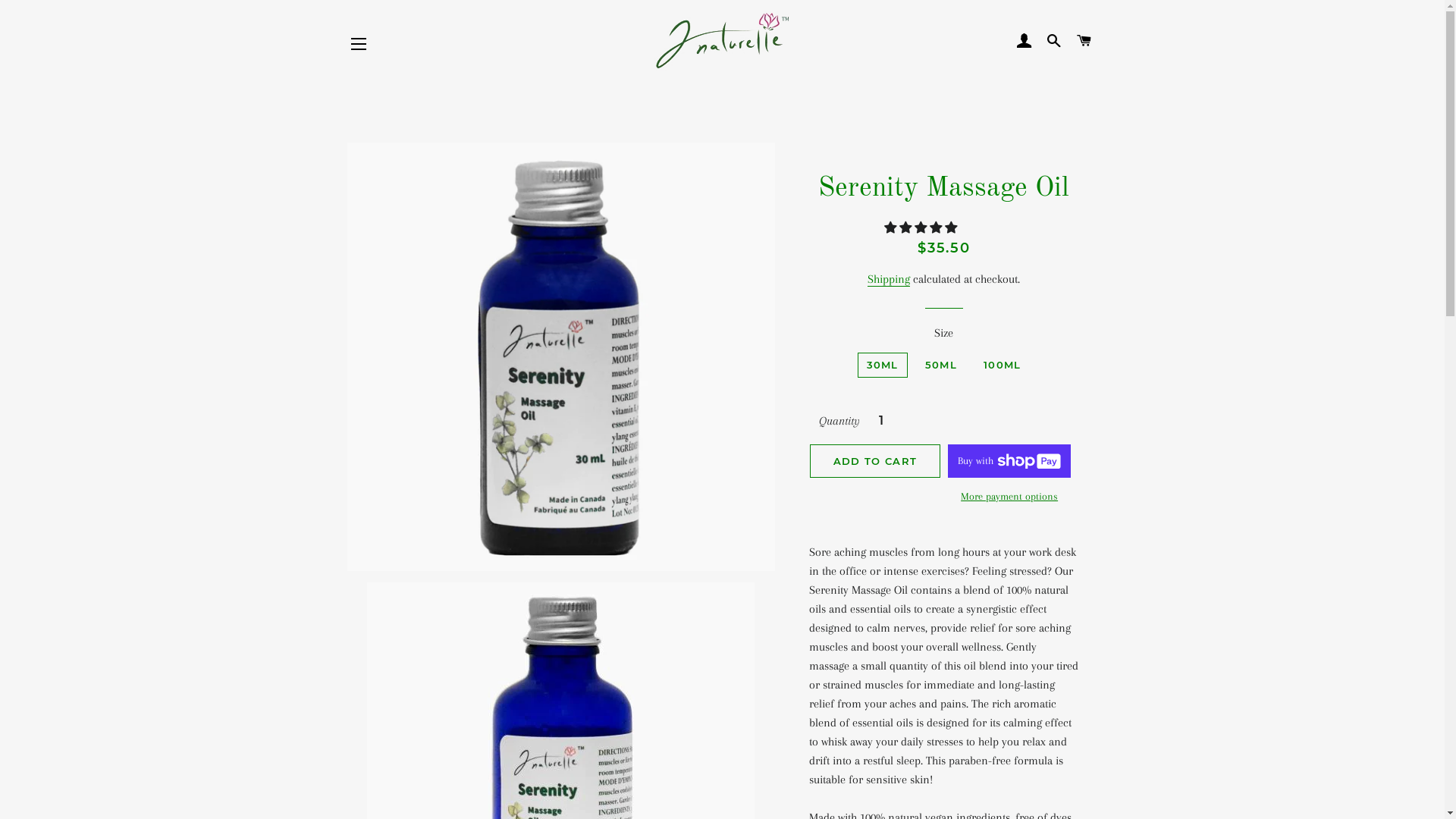  I want to click on 'SEARCH', so click(1053, 40).